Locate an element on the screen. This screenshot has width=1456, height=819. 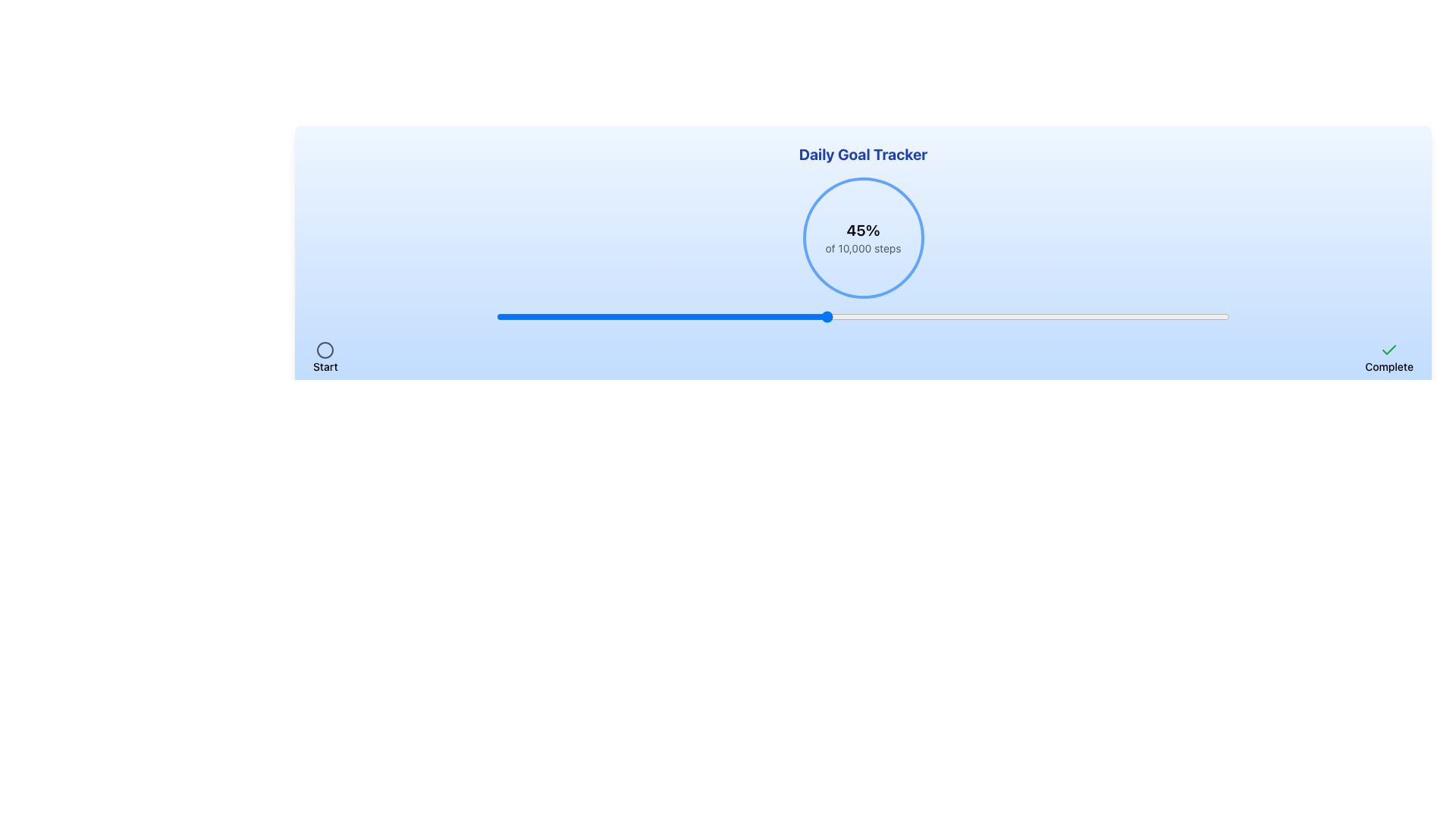
the 'Complete' label with a green checkmark icon located at the bottom-right area of the interface is located at coordinates (1389, 357).